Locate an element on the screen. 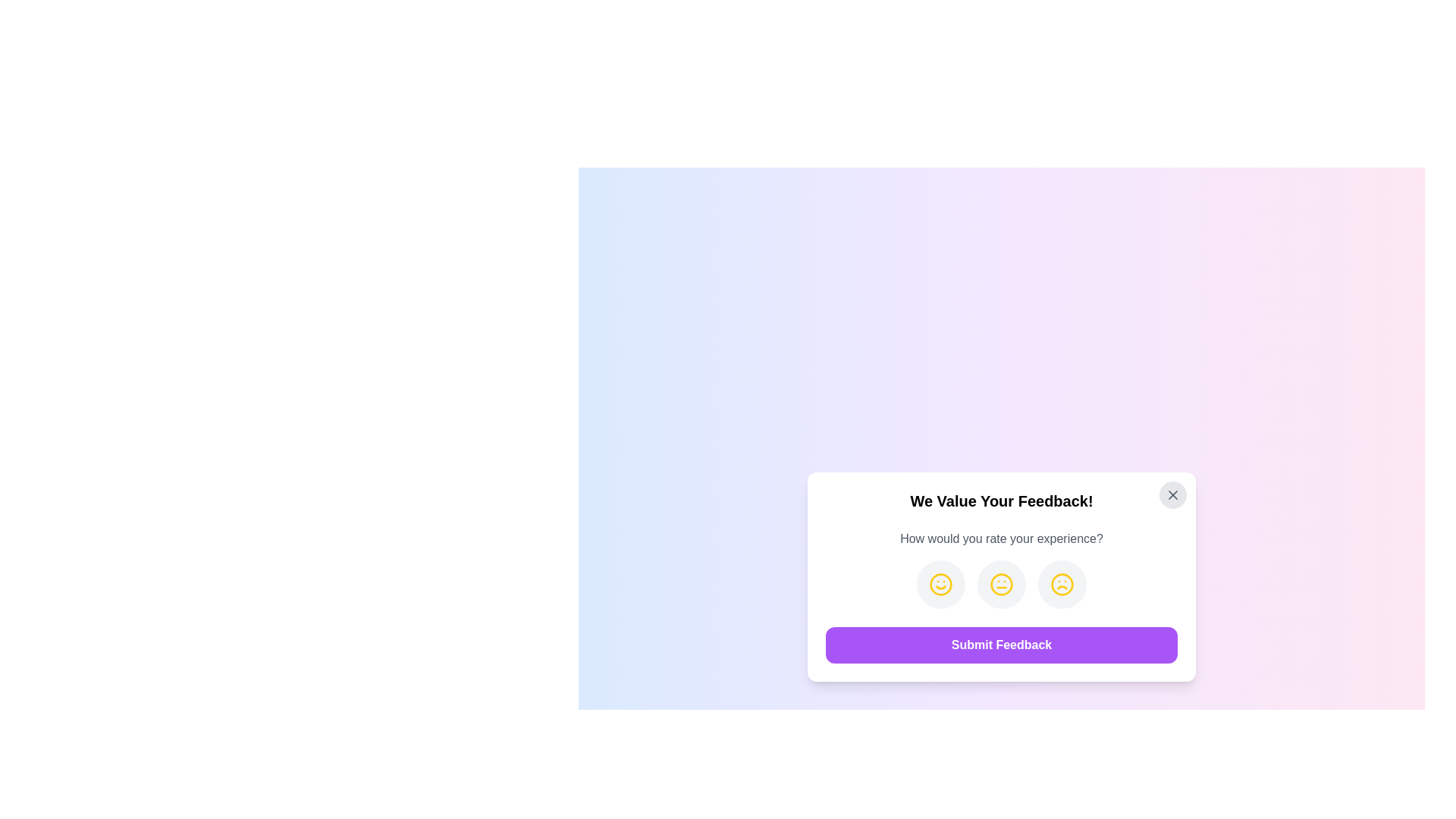 The height and width of the screenshot is (819, 1456). the left-most interactive button with an icon in the feedback modal dialog is located at coordinates (940, 584).